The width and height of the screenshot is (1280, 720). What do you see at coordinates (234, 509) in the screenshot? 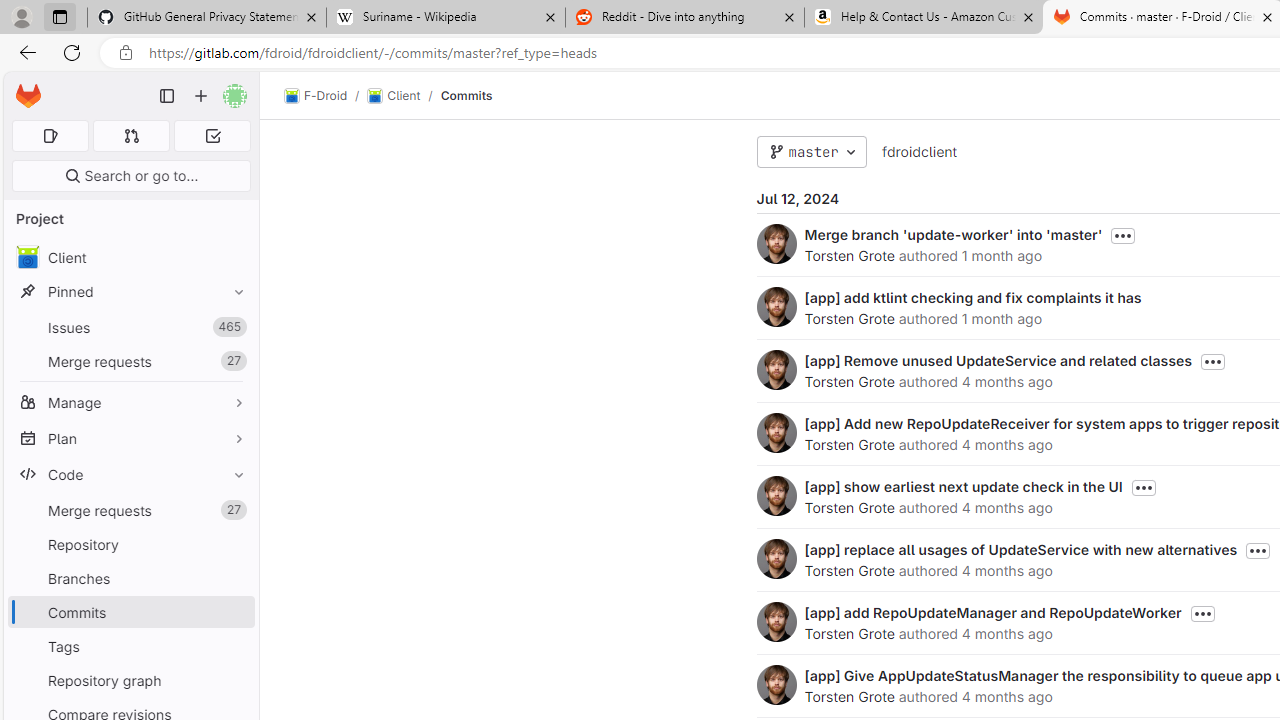
I see `'Unpin Merge requests'` at bounding box center [234, 509].